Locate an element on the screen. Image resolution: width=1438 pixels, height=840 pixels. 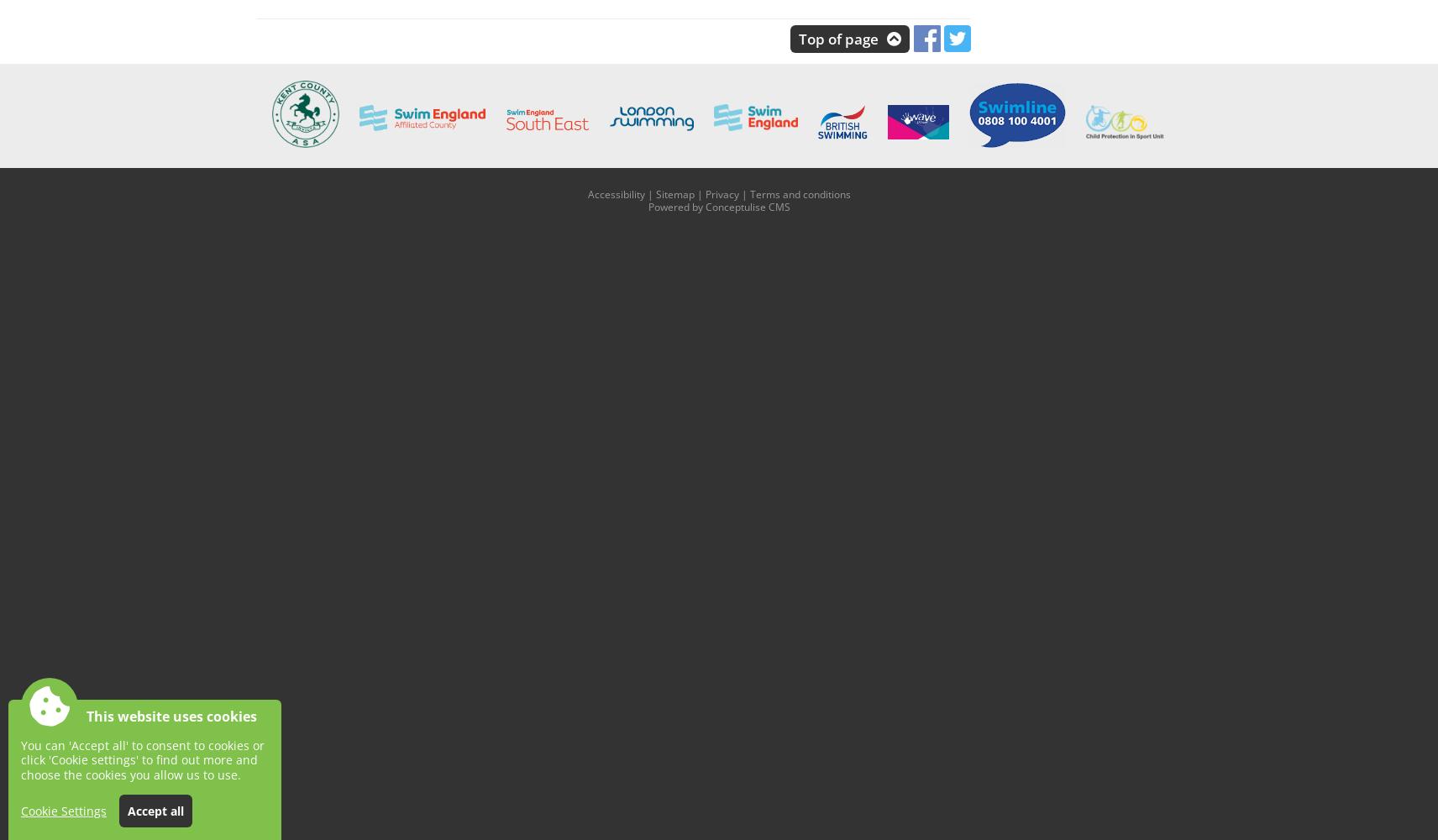
'You can 'Accept all' to consent to cookies or click 'Cookie settings' to find out more and choose the cookies you allow us to use.' is located at coordinates (142, 759).